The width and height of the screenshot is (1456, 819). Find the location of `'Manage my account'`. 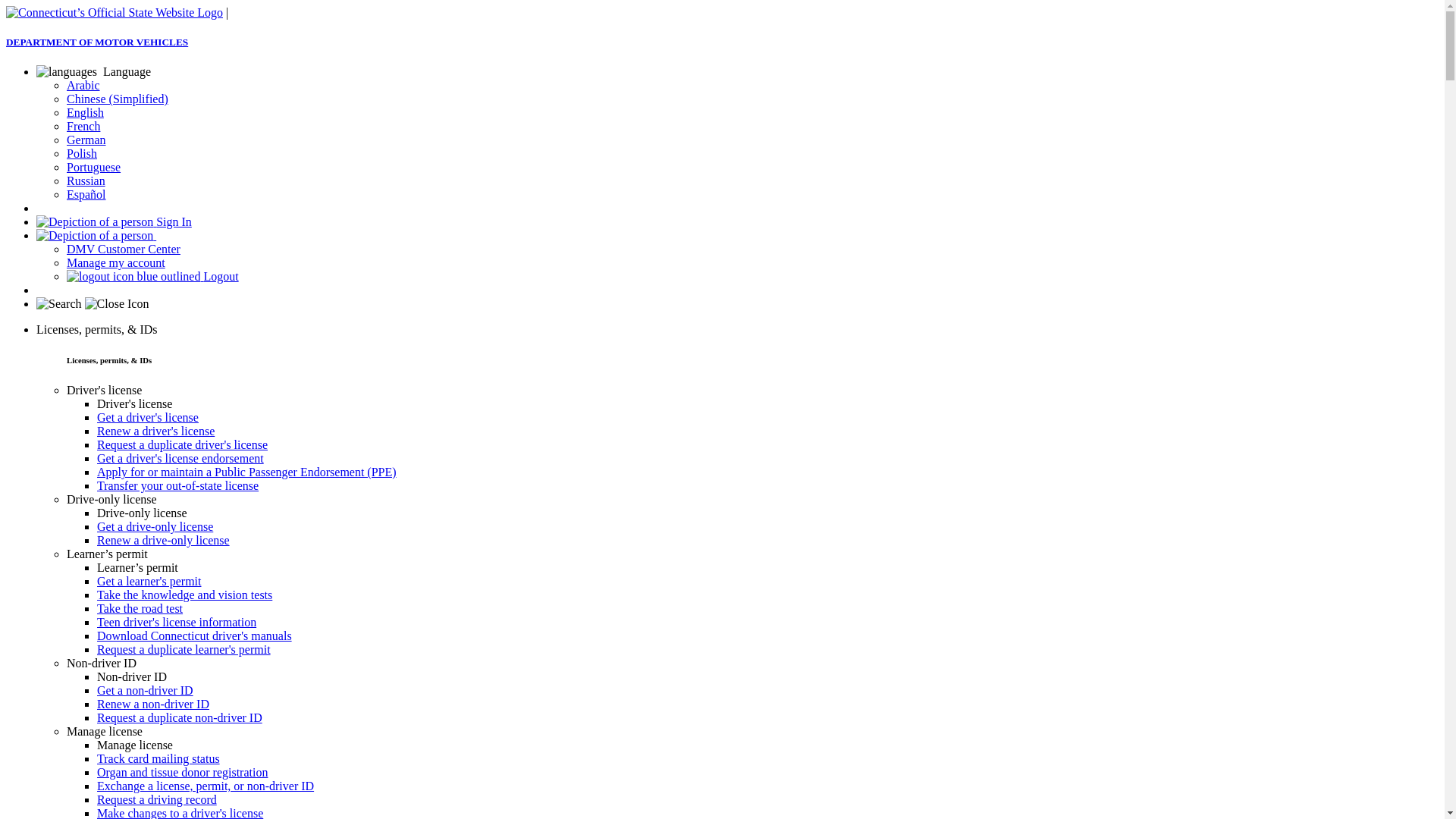

'Manage my account' is located at coordinates (115, 262).